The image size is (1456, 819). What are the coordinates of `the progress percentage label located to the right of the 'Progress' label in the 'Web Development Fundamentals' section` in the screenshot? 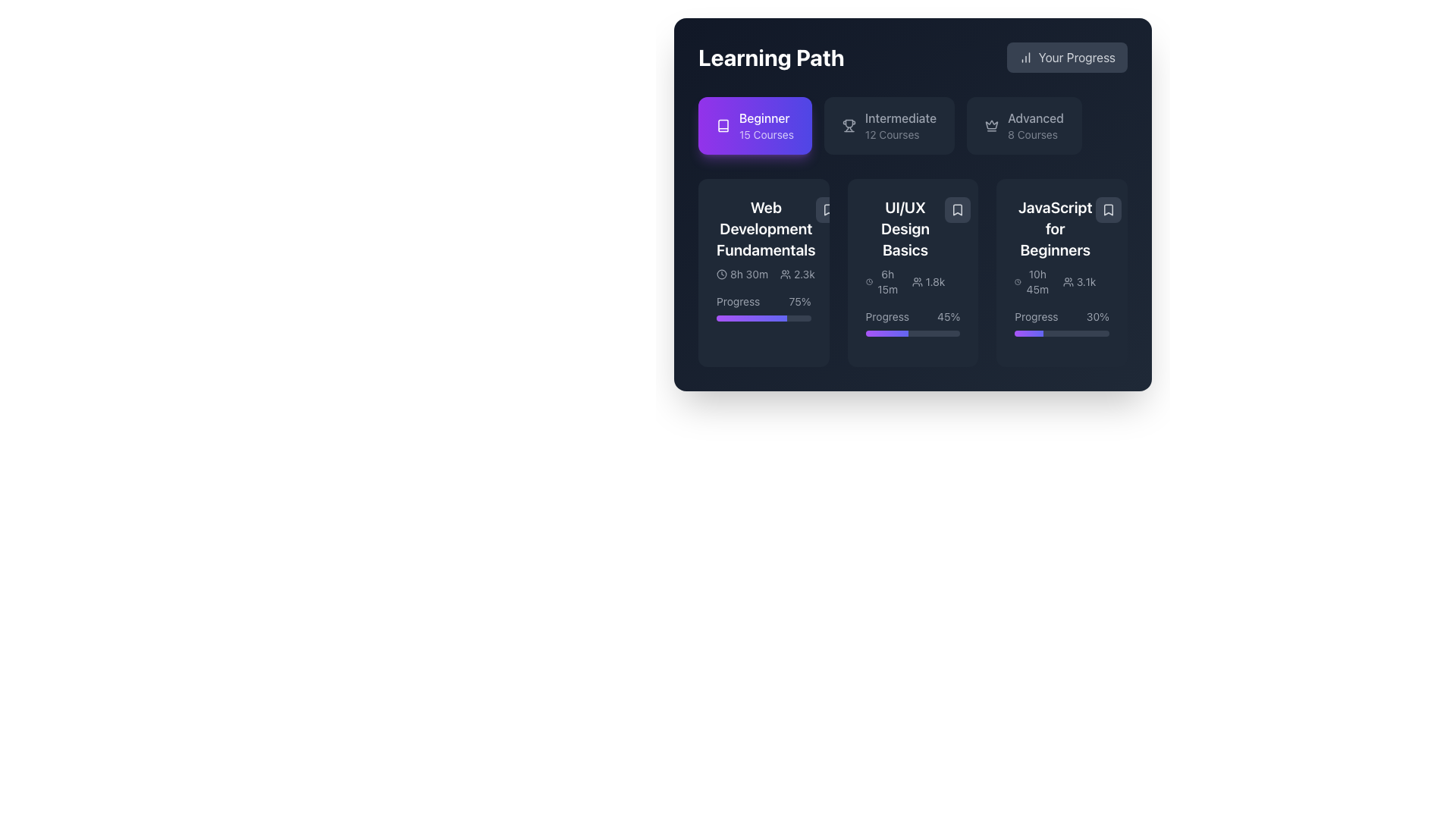 It's located at (799, 301).